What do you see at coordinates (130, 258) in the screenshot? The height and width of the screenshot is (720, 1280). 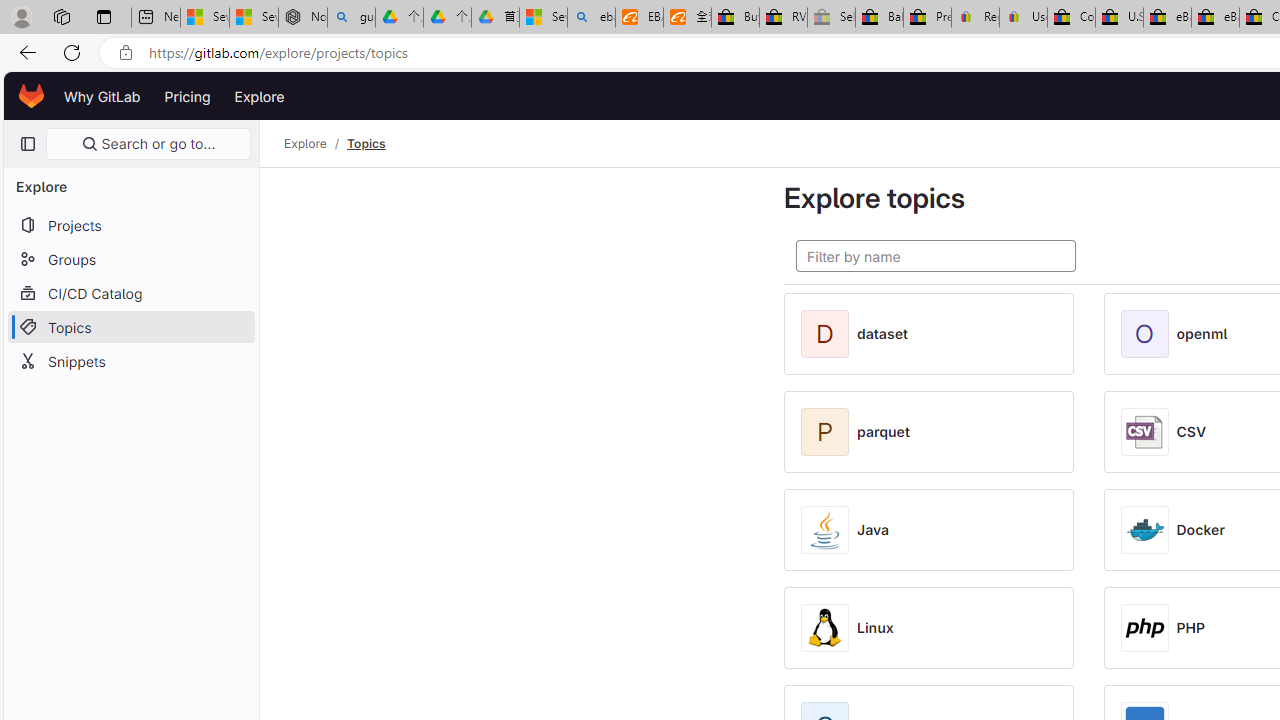 I see `'Groups'` at bounding box center [130, 258].